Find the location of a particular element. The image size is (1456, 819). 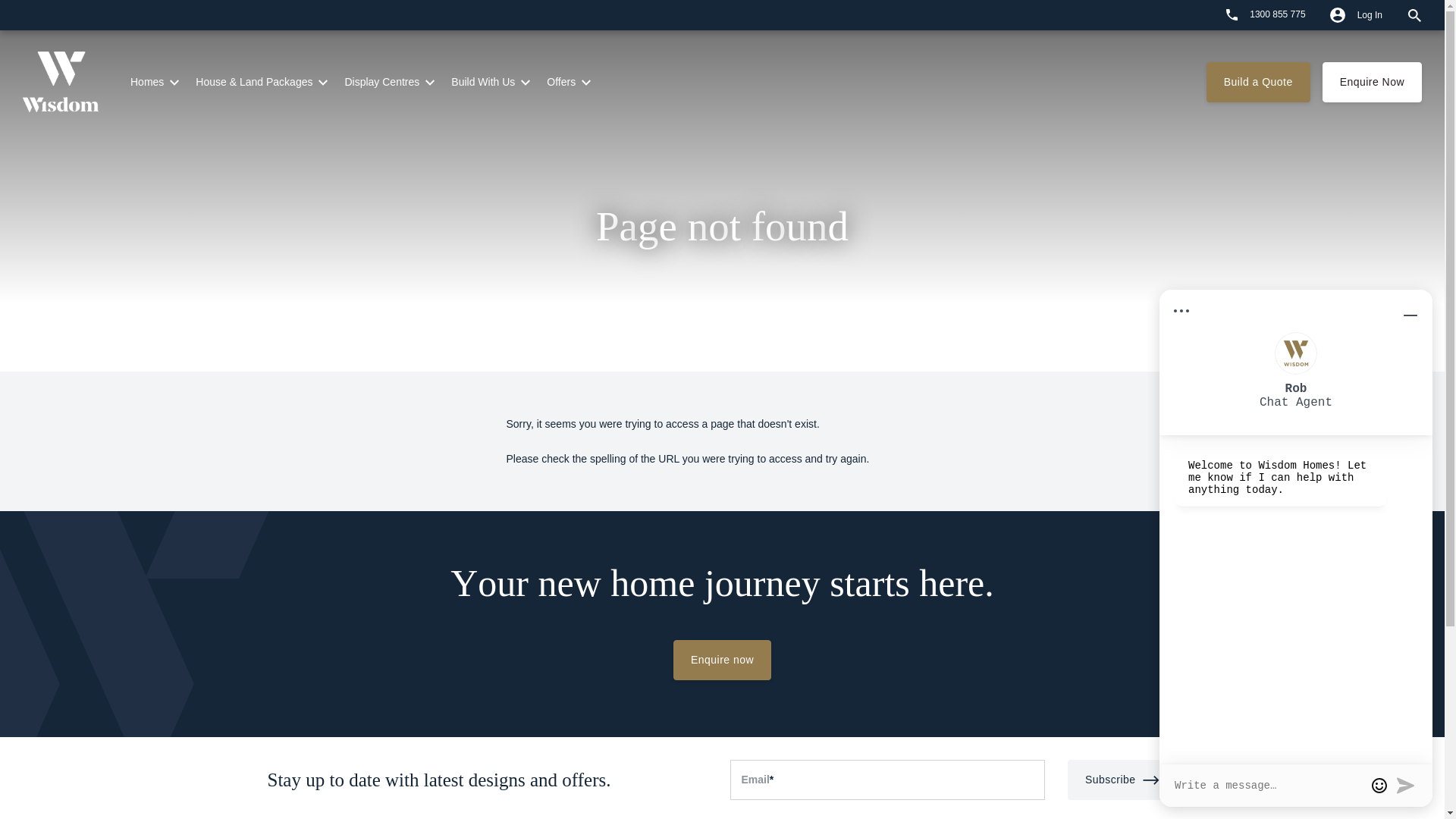

'House & Land Packages' is located at coordinates (195, 82).